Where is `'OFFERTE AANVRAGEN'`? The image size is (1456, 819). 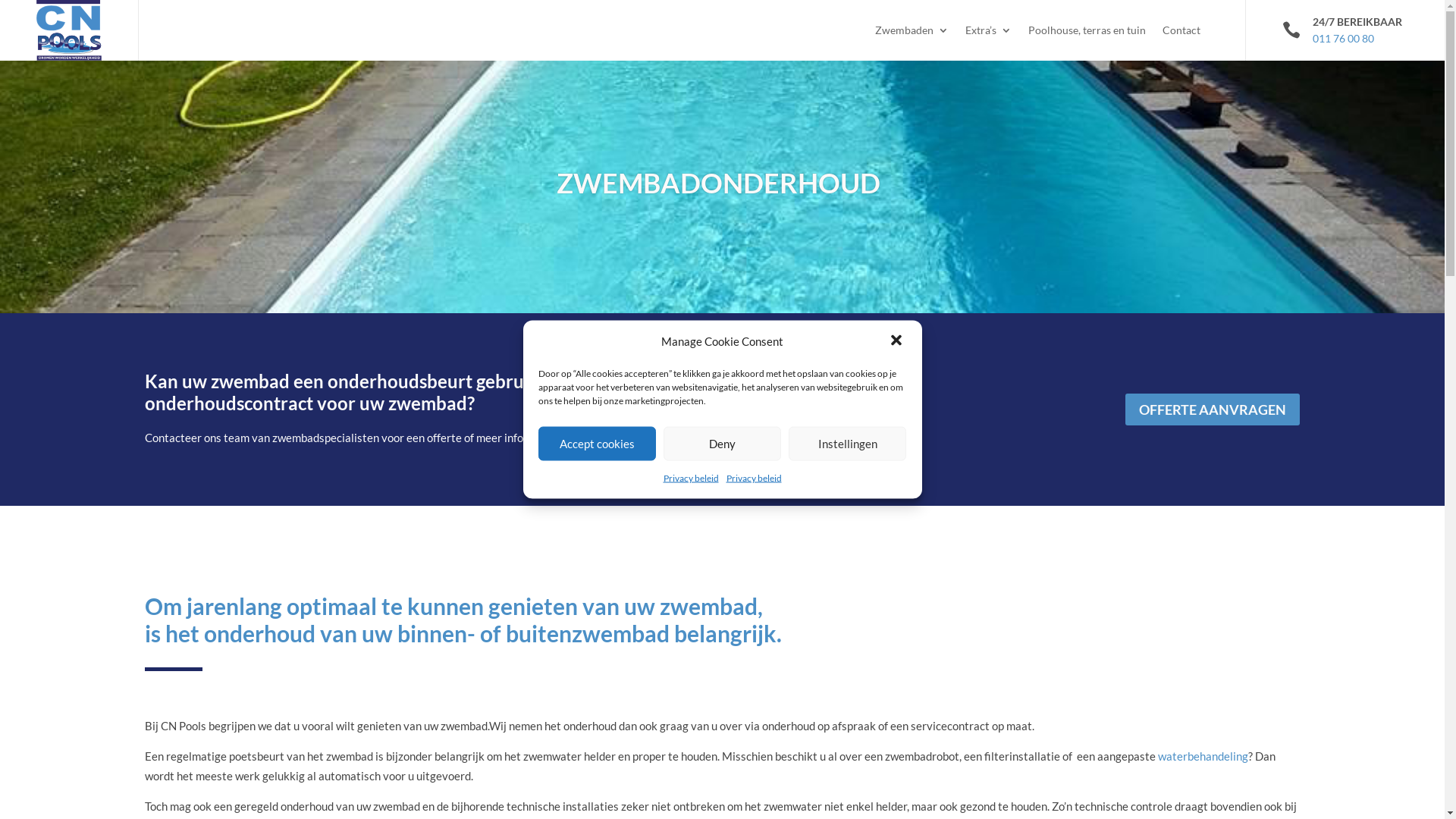
'OFFERTE AANVRAGEN' is located at coordinates (1211, 408).